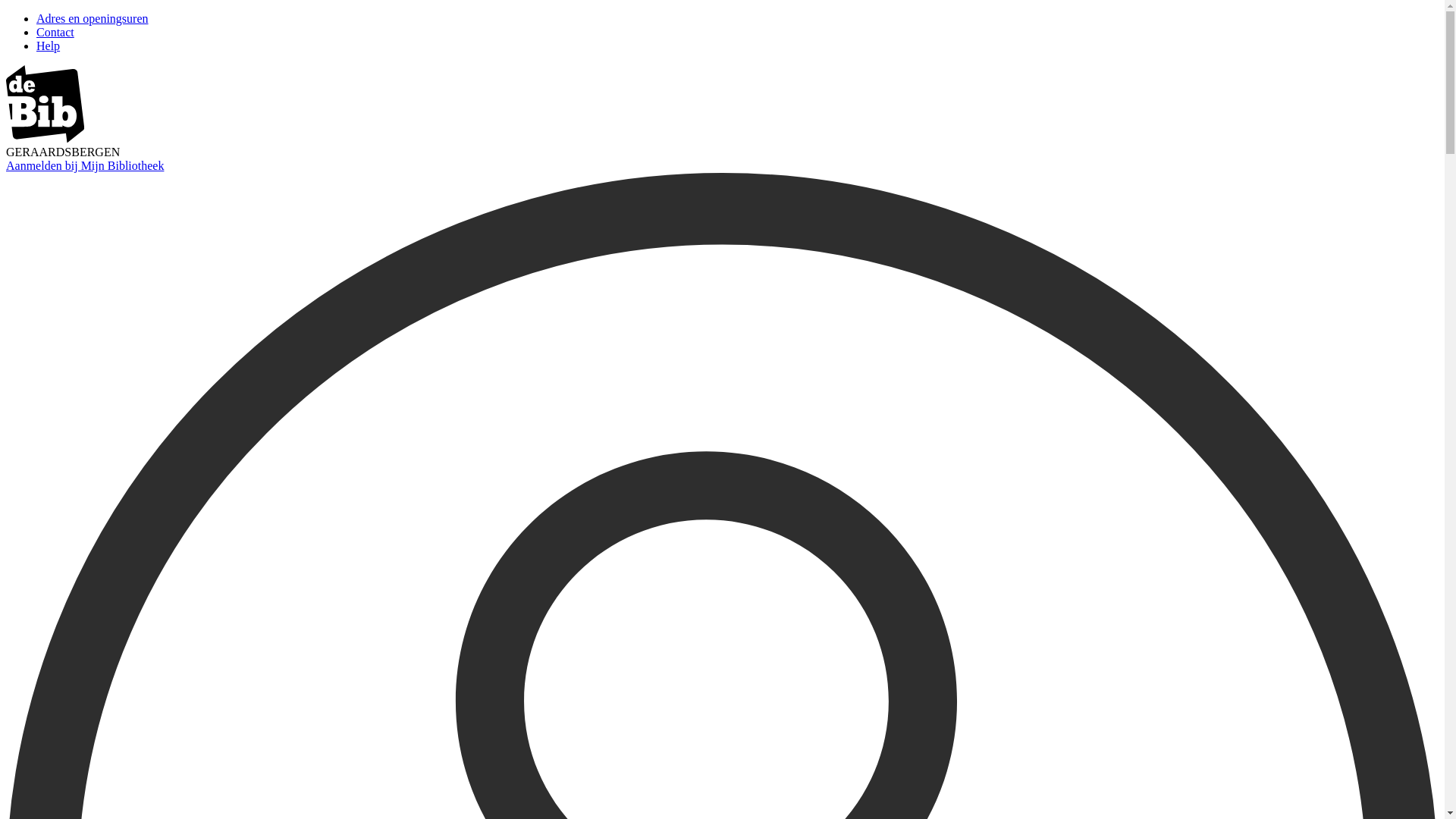 This screenshot has height=819, width=1456. Describe the element at coordinates (48, 45) in the screenshot. I see `'Help'` at that location.